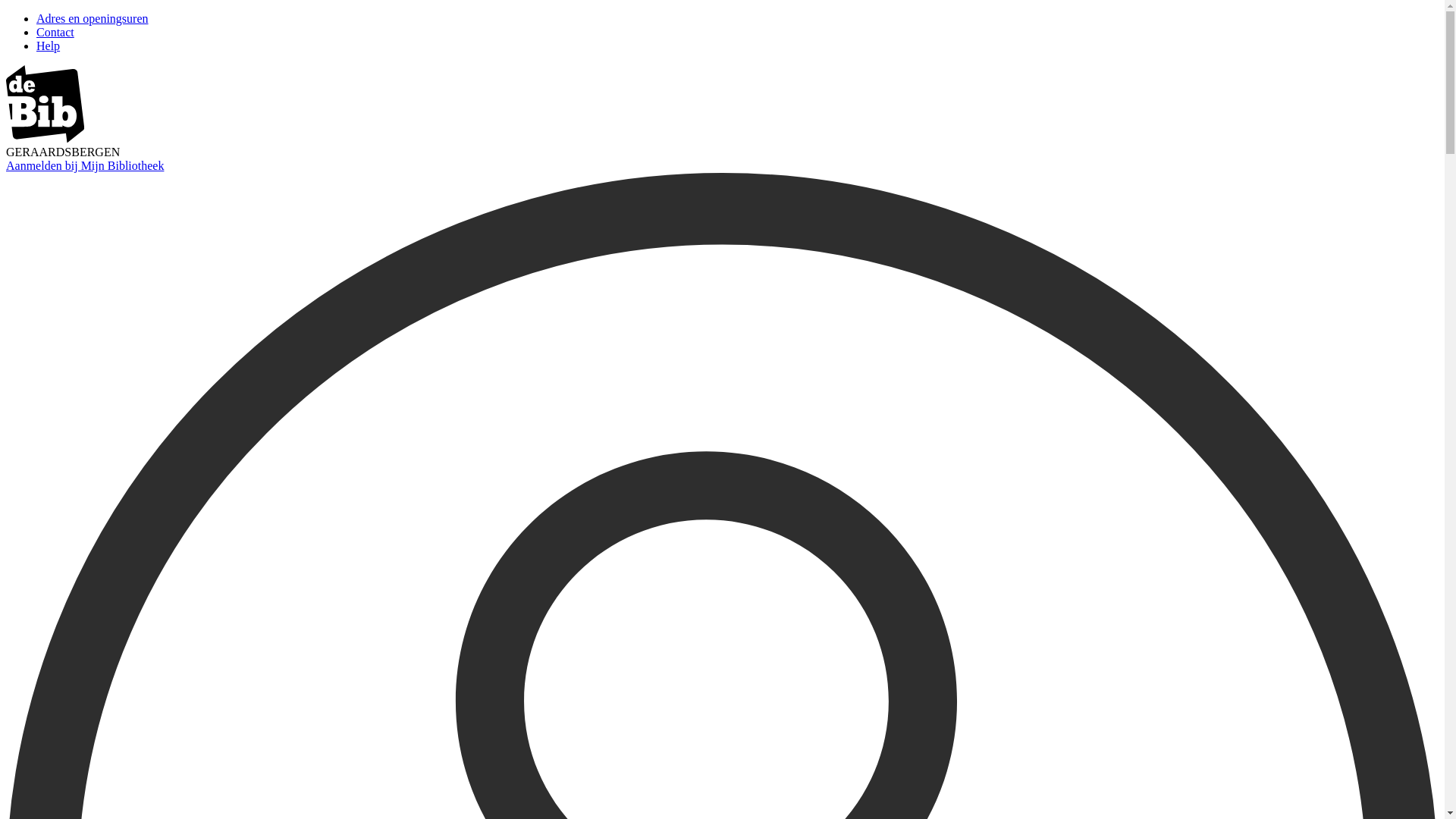 This screenshot has height=819, width=1456. Describe the element at coordinates (48, 45) in the screenshot. I see `'Help'` at that location.